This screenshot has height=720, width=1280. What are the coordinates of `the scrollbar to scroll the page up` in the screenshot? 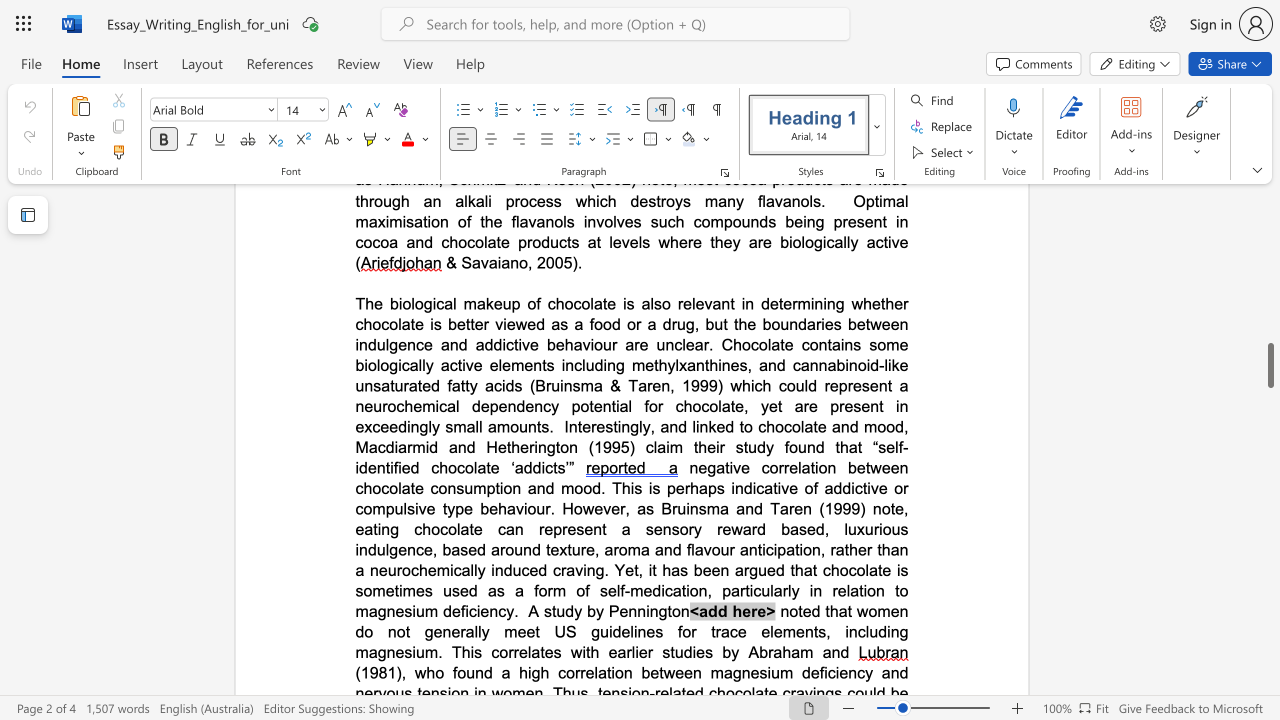 It's located at (1269, 248).